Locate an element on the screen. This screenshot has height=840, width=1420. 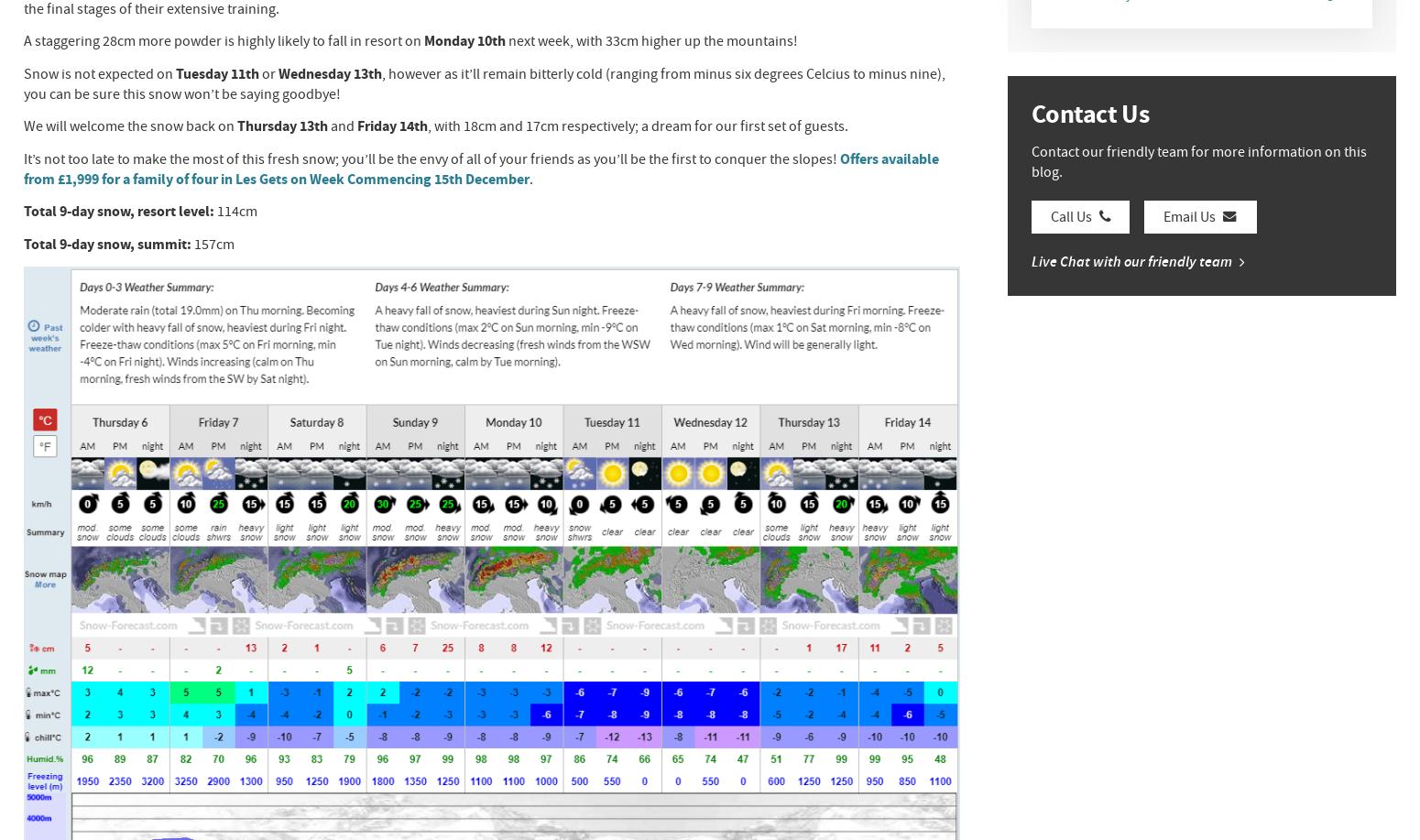
'next week, with 33cm higher up the mountains!' is located at coordinates (650, 41).